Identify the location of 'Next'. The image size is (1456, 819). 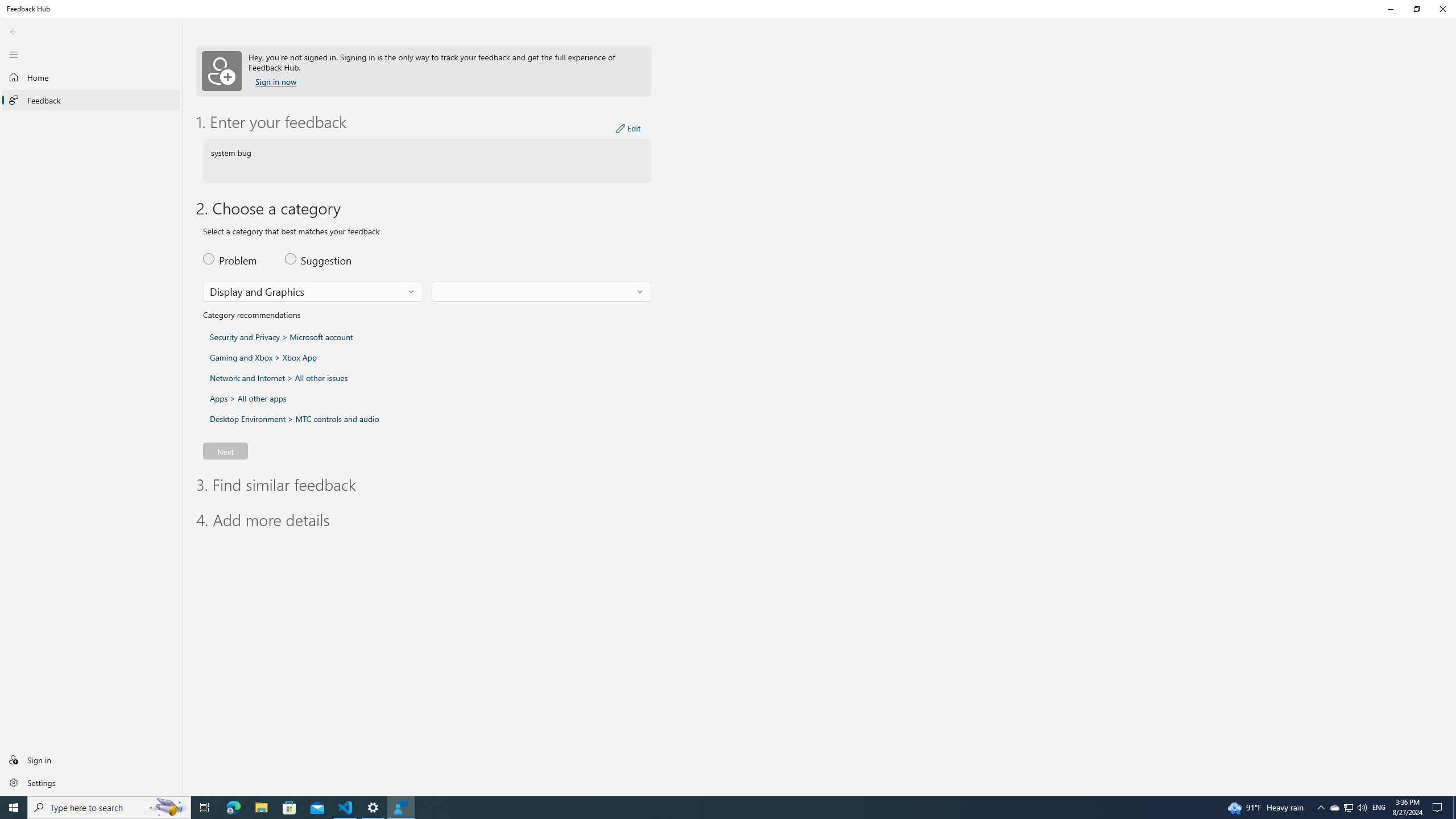
(225, 450).